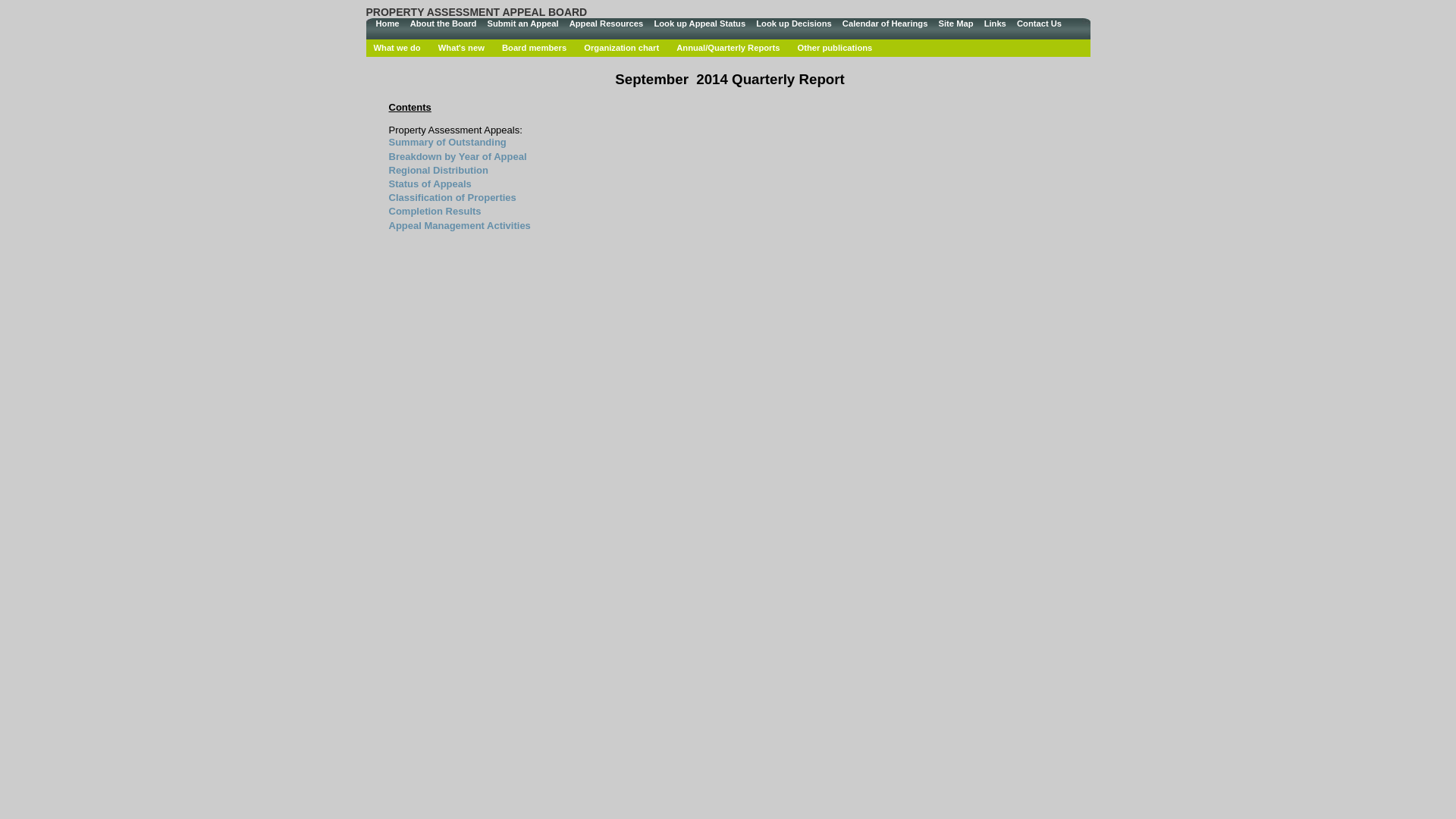  Describe the element at coordinates (728, 46) in the screenshot. I see `'Annual/Quarterly Reports'` at that location.